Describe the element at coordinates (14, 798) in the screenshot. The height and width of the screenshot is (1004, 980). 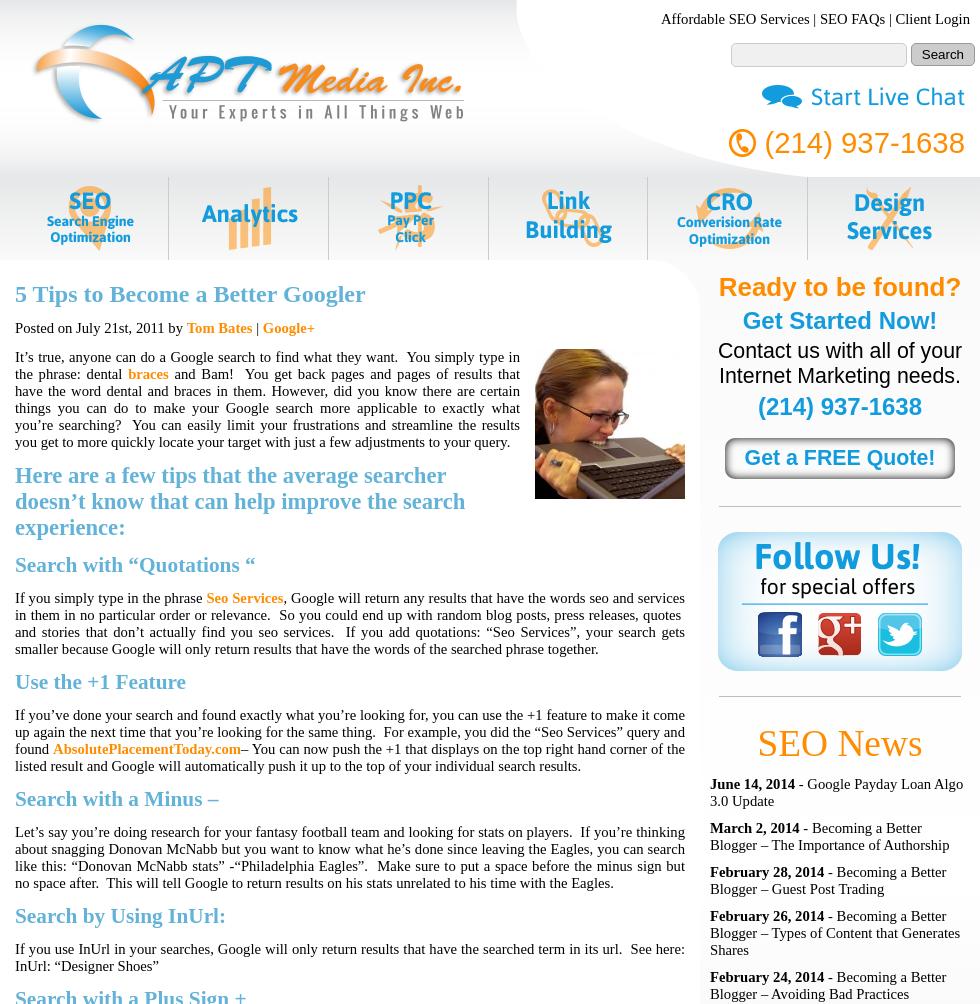
I see `'Search with a Minus –'` at that location.